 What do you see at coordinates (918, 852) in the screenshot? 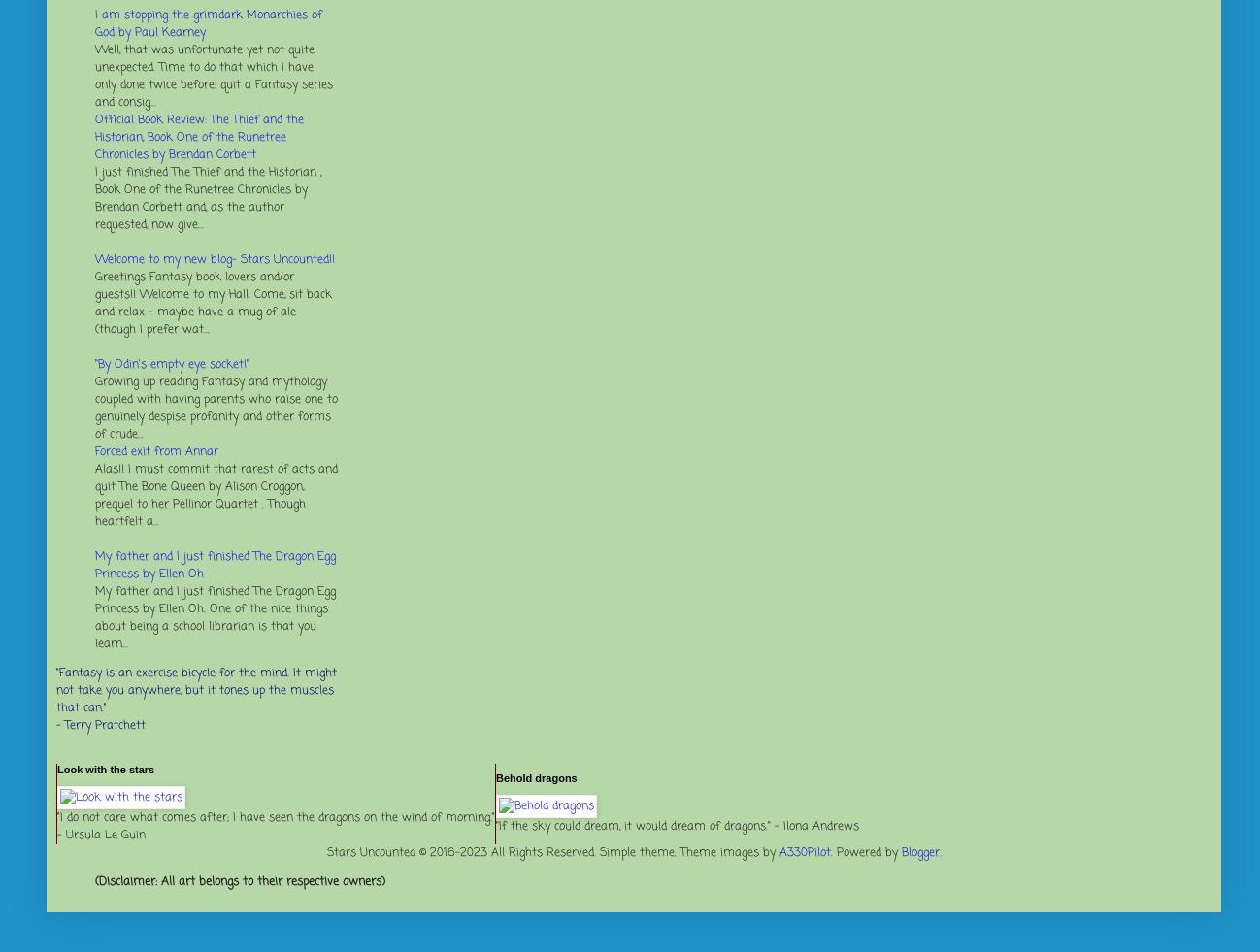
I see `'Blogger'` at bounding box center [918, 852].